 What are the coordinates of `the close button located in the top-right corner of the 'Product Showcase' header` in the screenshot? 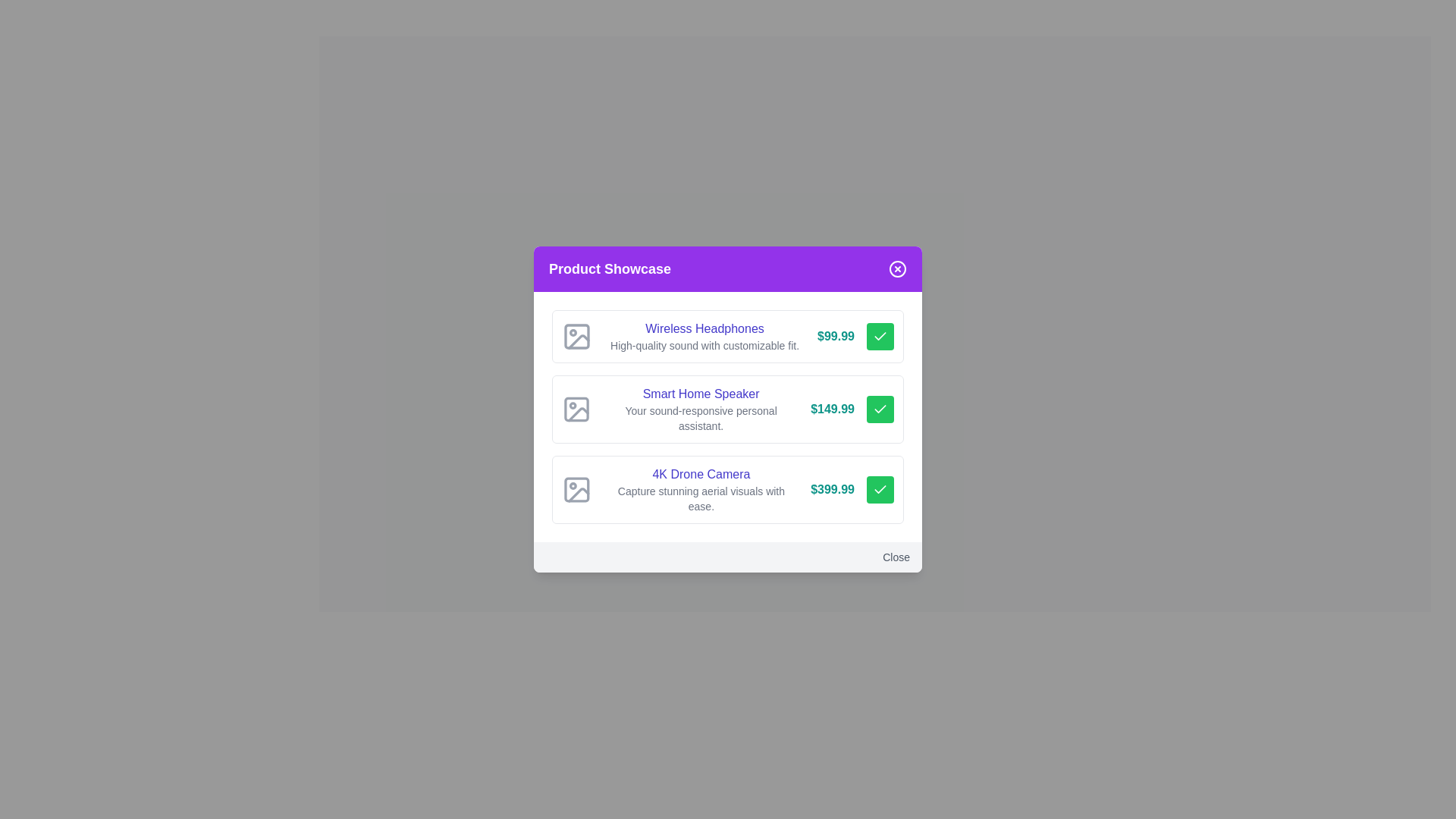 It's located at (898, 268).